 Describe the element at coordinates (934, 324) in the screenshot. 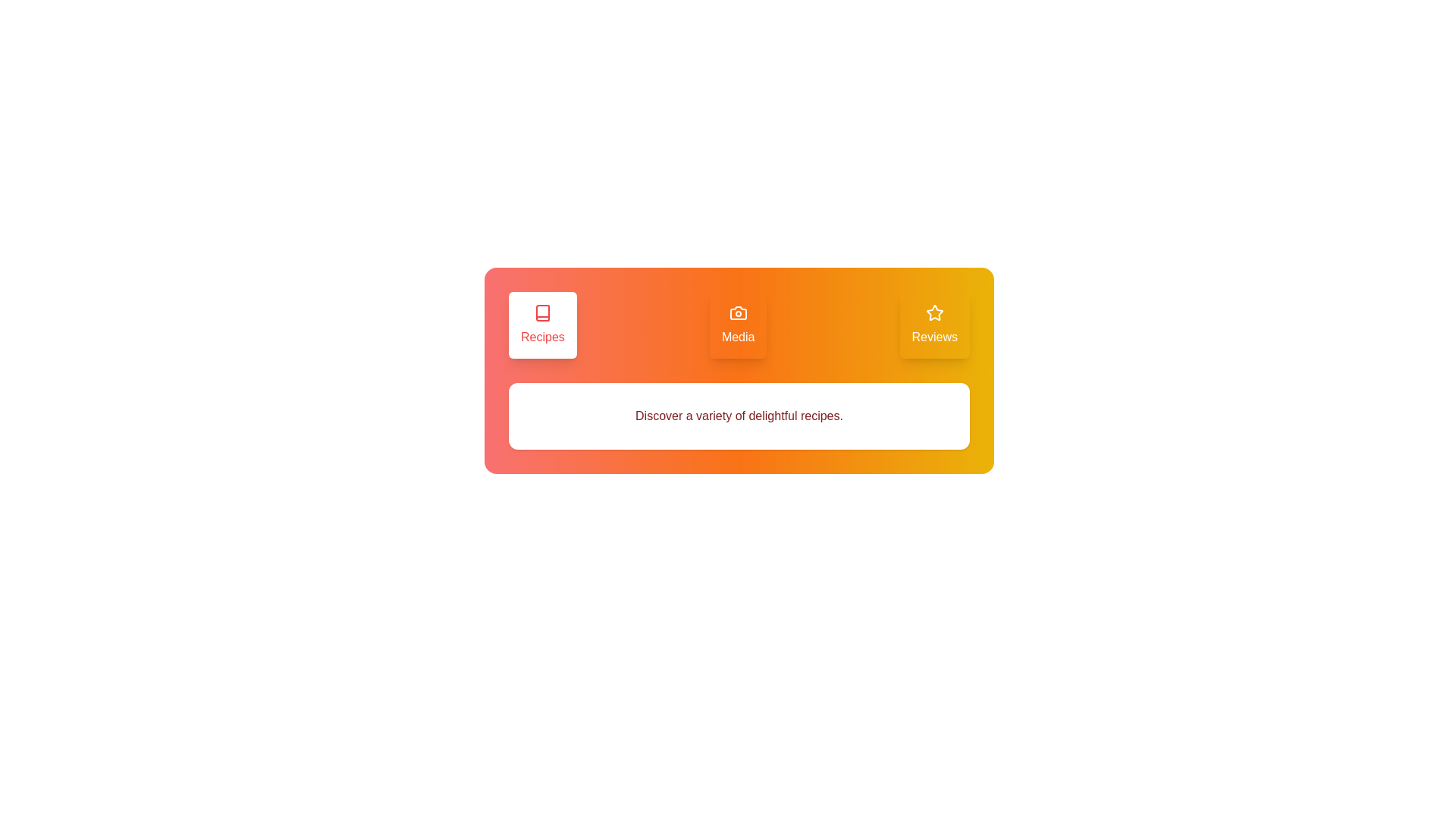

I see `the Reviews tab` at that location.